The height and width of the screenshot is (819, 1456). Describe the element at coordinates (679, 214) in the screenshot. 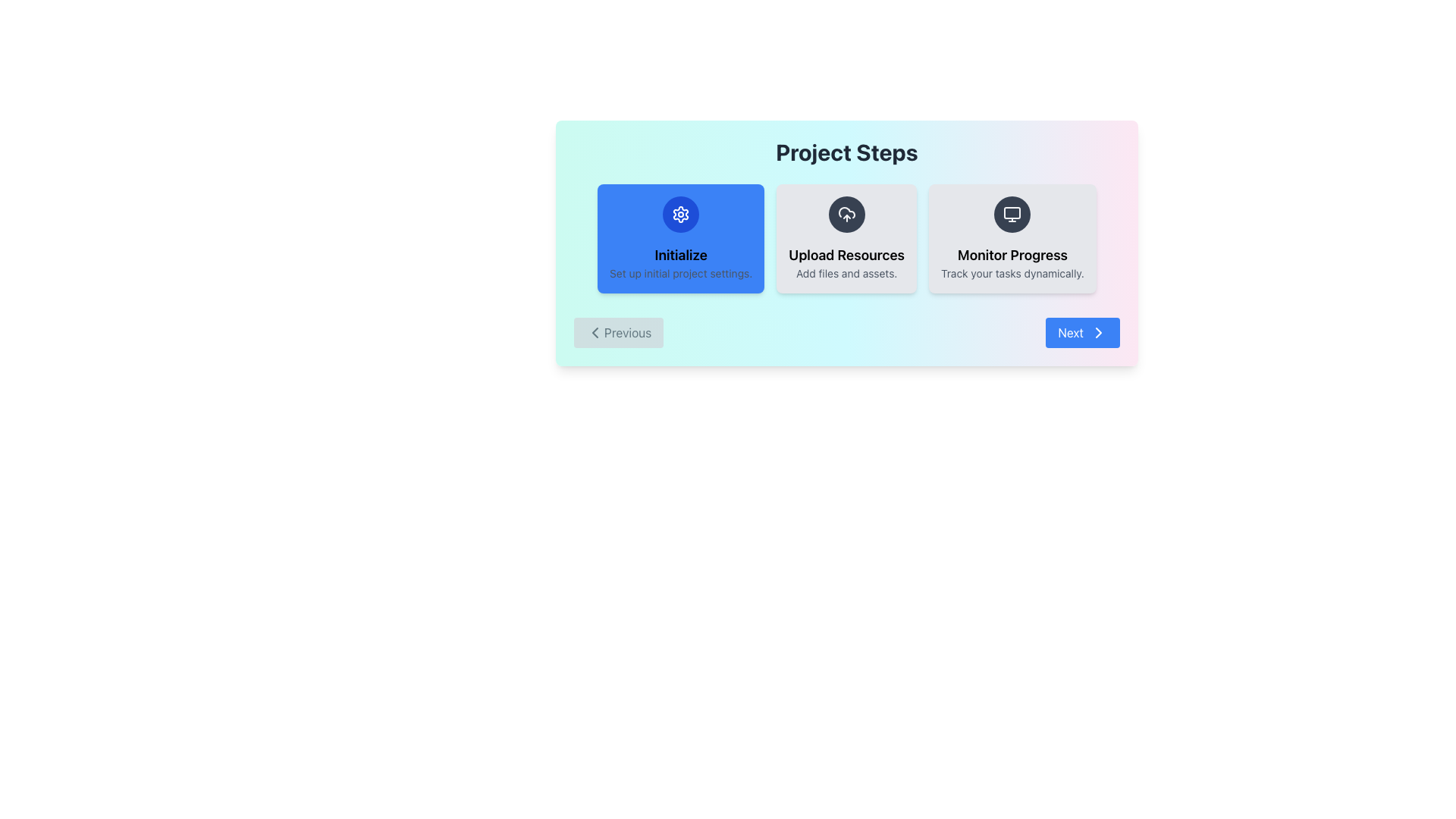

I see `the gear-shaped icon located at the center of the leftmost card under the heading 'Project Steps' with a blue background` at that location.